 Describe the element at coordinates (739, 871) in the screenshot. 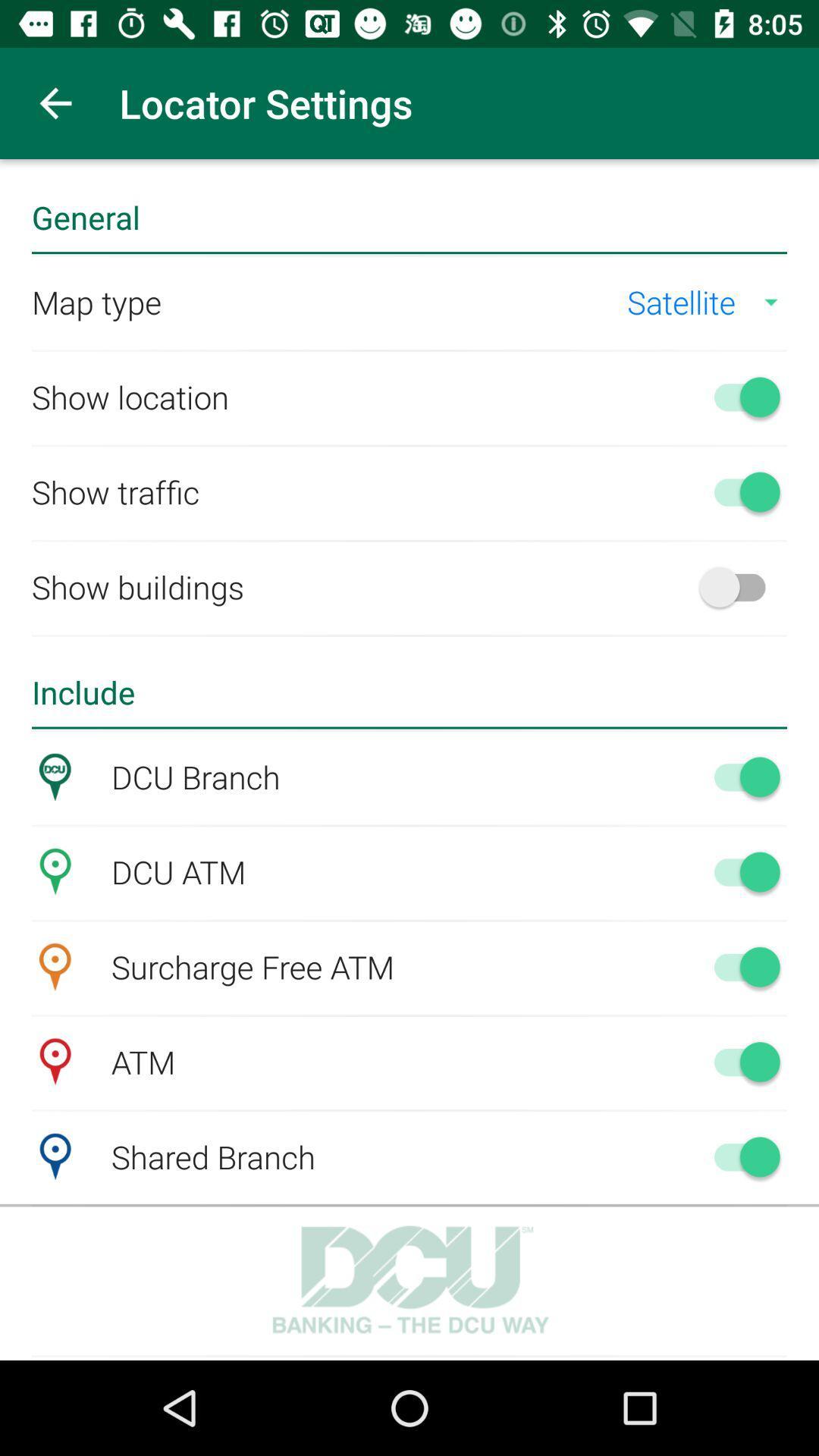

I see `dcu atm autoplay` at that location.